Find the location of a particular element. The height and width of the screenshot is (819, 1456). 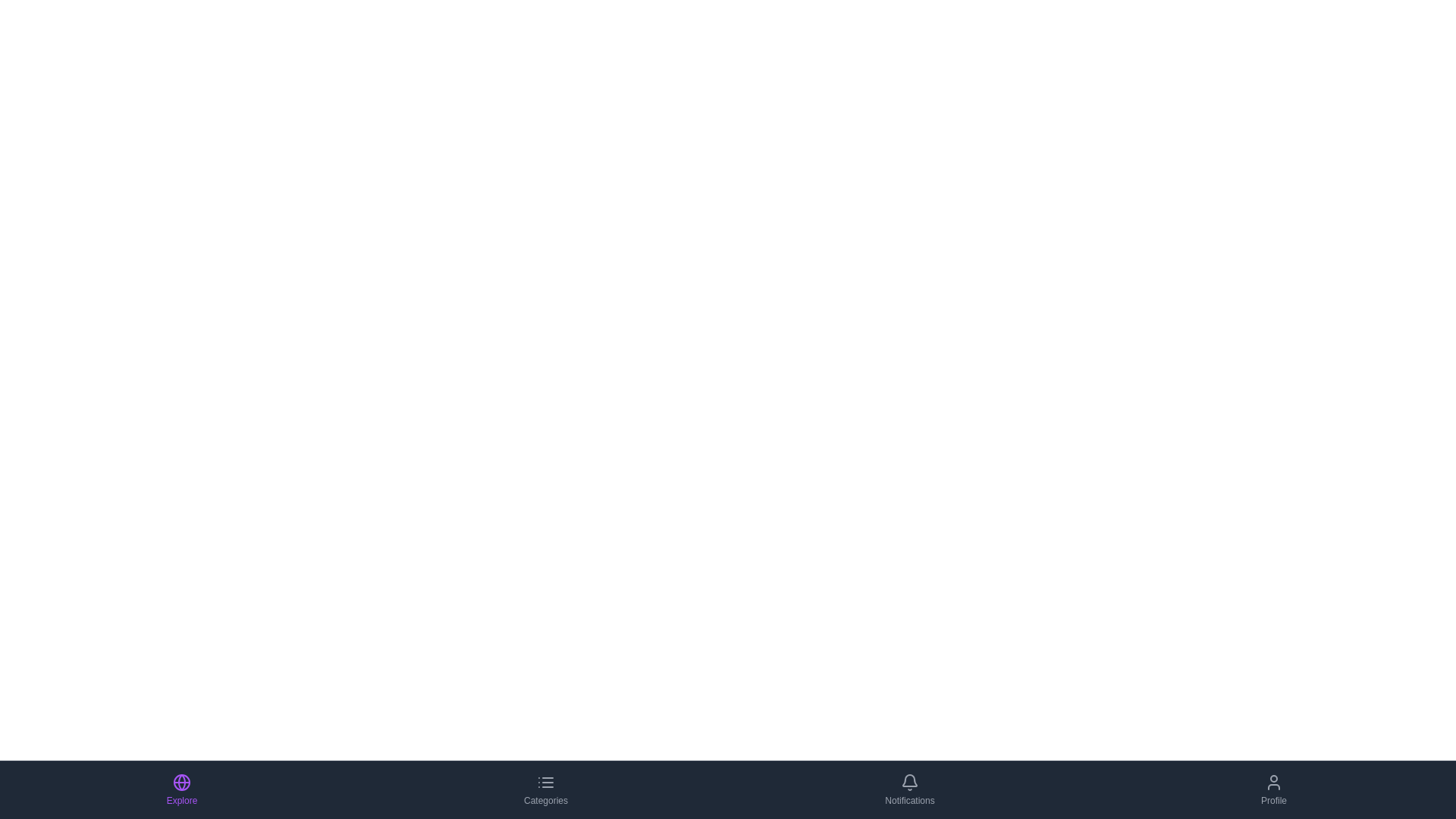

the circular globe icon with a thin purple outline located under the 'Explore' label in the bottom navigation bar is located at coordinates (182, 783).